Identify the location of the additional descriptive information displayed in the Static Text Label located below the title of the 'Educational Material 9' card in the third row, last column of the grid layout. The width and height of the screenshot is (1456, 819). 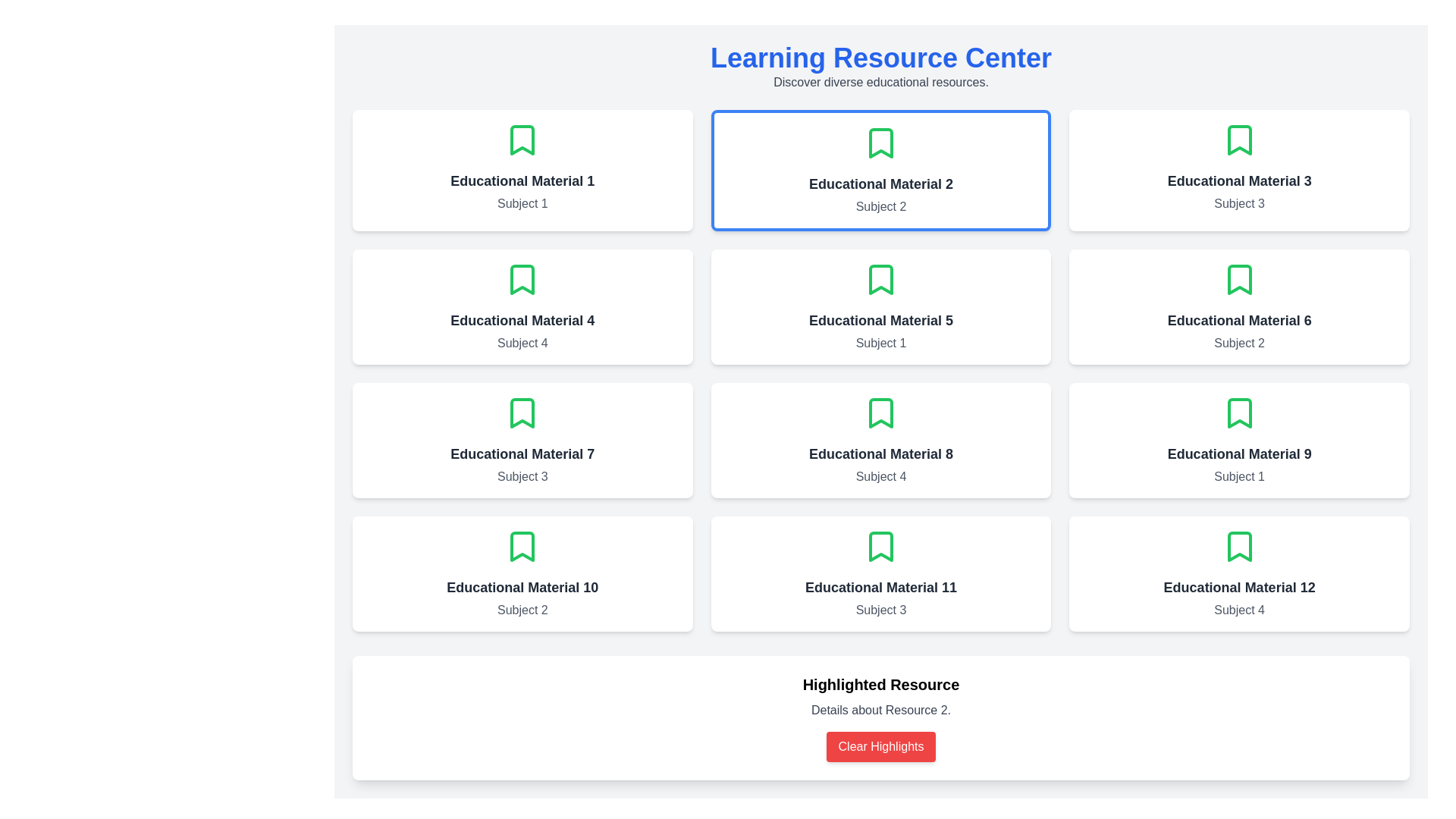
(1239, 475).